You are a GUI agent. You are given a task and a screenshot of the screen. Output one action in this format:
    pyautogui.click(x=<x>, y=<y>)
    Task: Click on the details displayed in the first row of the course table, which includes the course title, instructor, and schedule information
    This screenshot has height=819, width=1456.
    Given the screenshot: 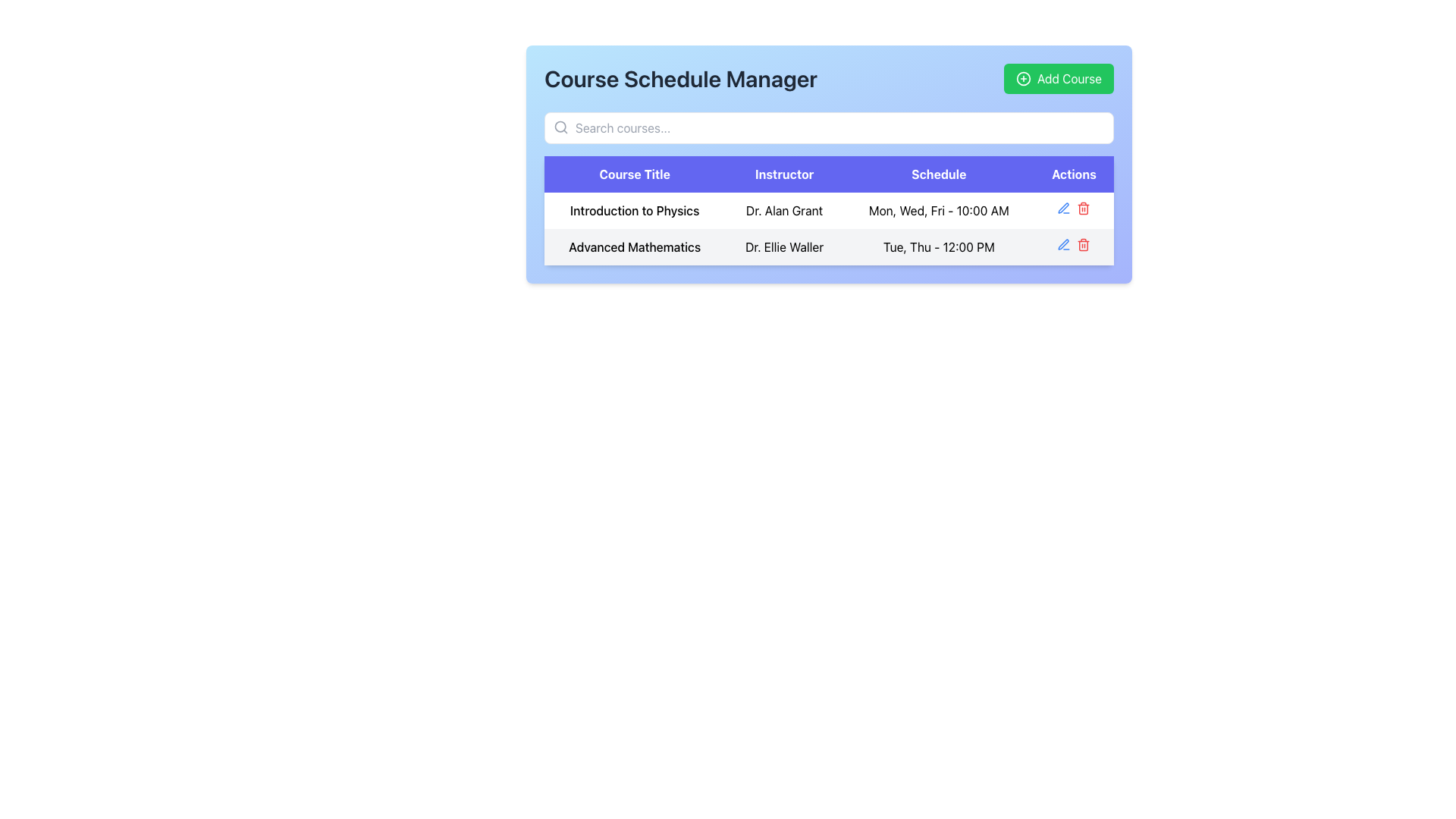 What is the action you would take?
    pyautogui.click(x=828, y=210)
    